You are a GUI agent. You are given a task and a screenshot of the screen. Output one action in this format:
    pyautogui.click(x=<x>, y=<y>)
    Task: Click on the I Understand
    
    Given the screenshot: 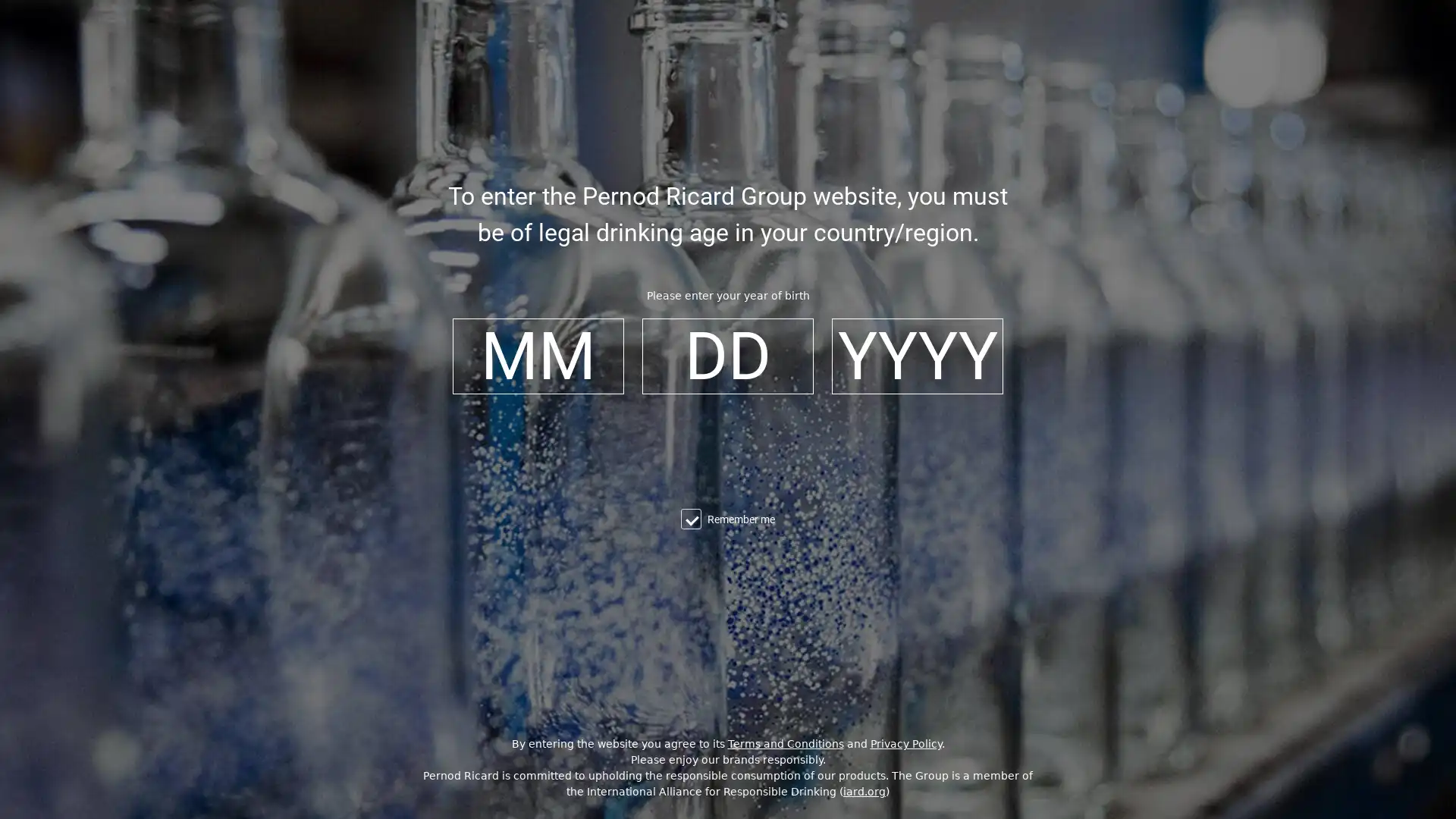 What is the action you would take?
    pyautogui.click(x=731, y=800)
    